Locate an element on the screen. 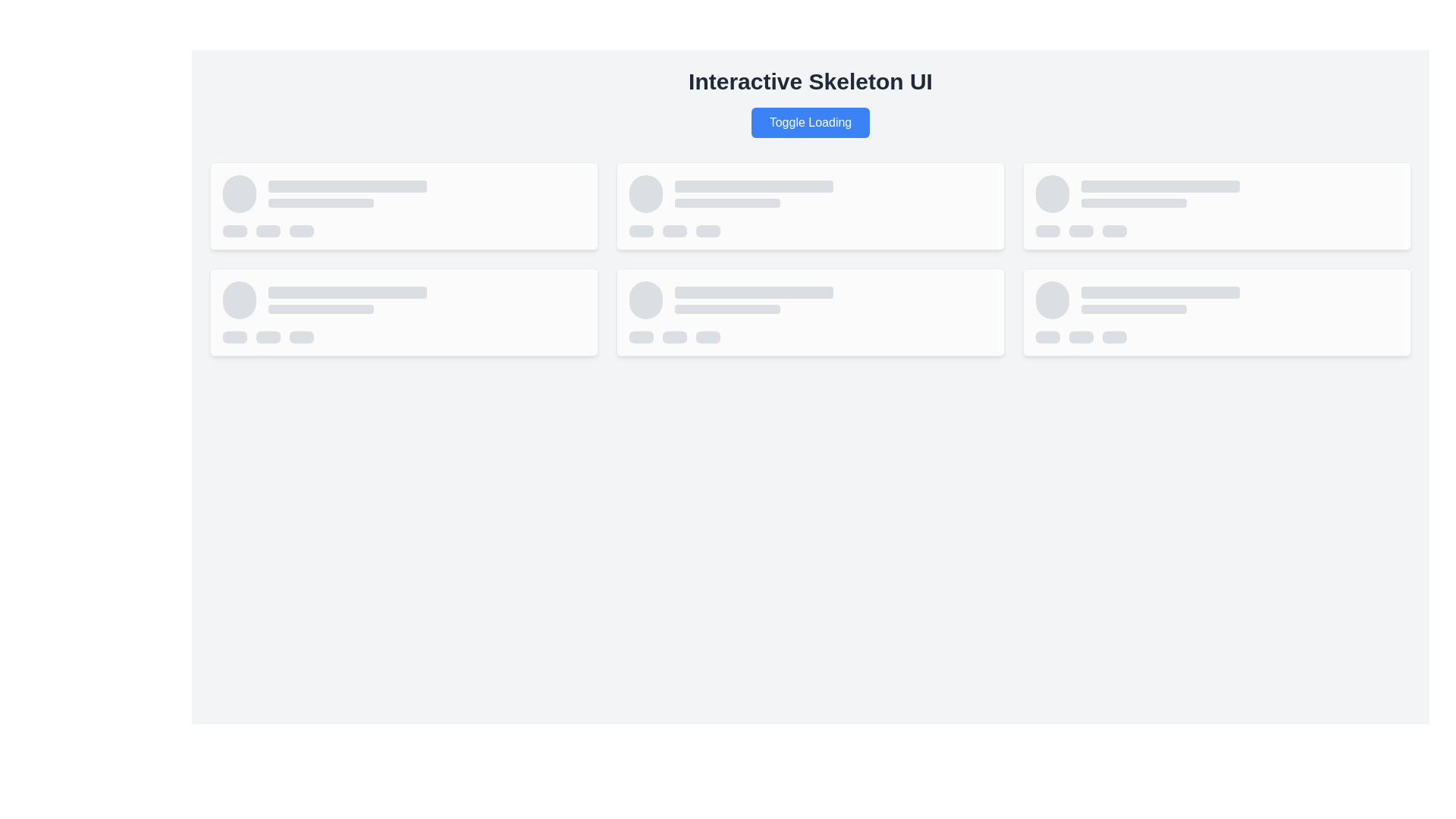 This screenshot has height=819, width=1456. the Placeholder Component, which features a circular avatar-like placeholder on the left and two vertical gray bars on the right, located in the top-right block of the grid layout is located at coordinates (810, 193).